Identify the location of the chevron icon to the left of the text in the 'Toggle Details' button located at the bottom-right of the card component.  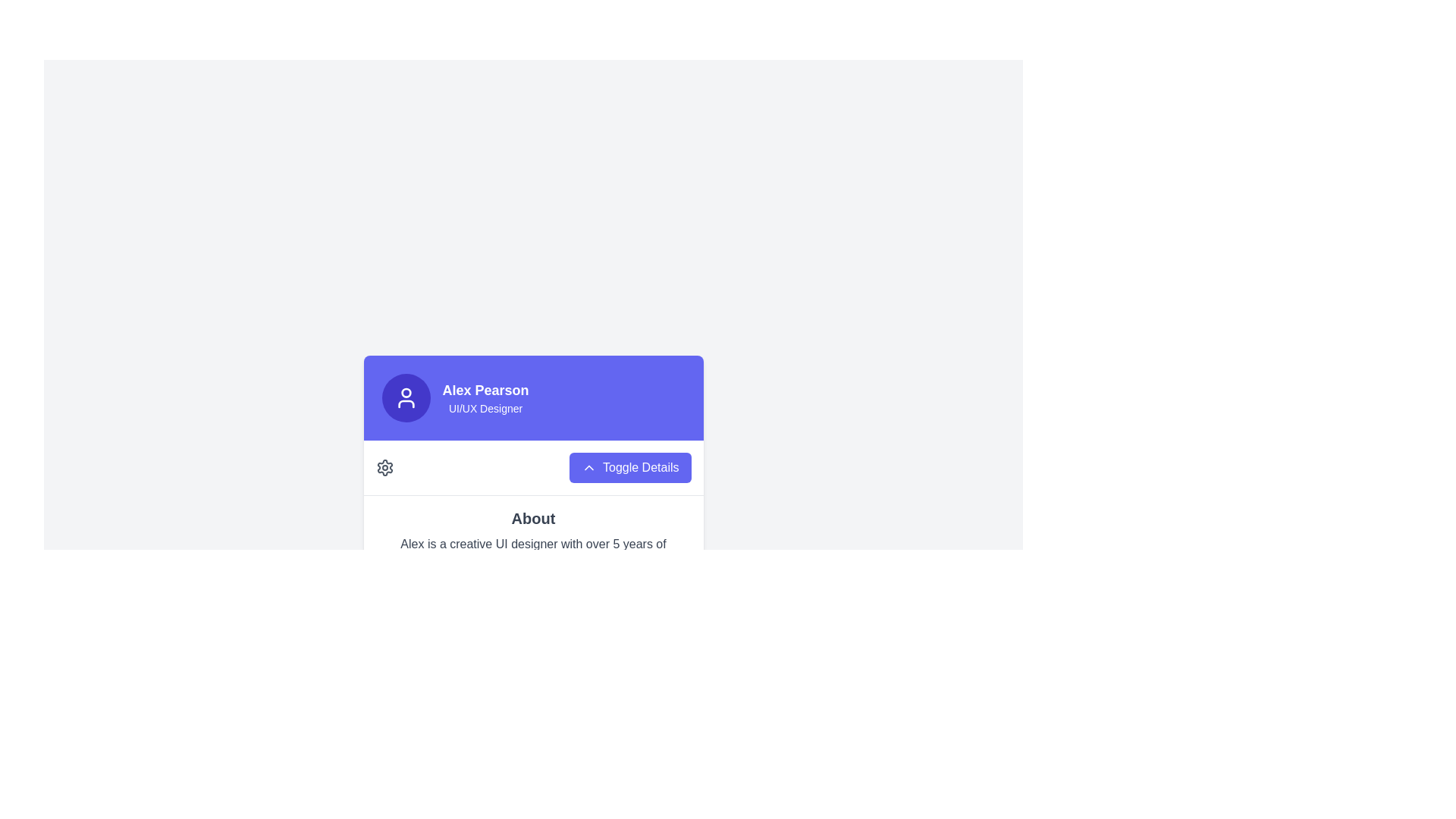
(588, 466).